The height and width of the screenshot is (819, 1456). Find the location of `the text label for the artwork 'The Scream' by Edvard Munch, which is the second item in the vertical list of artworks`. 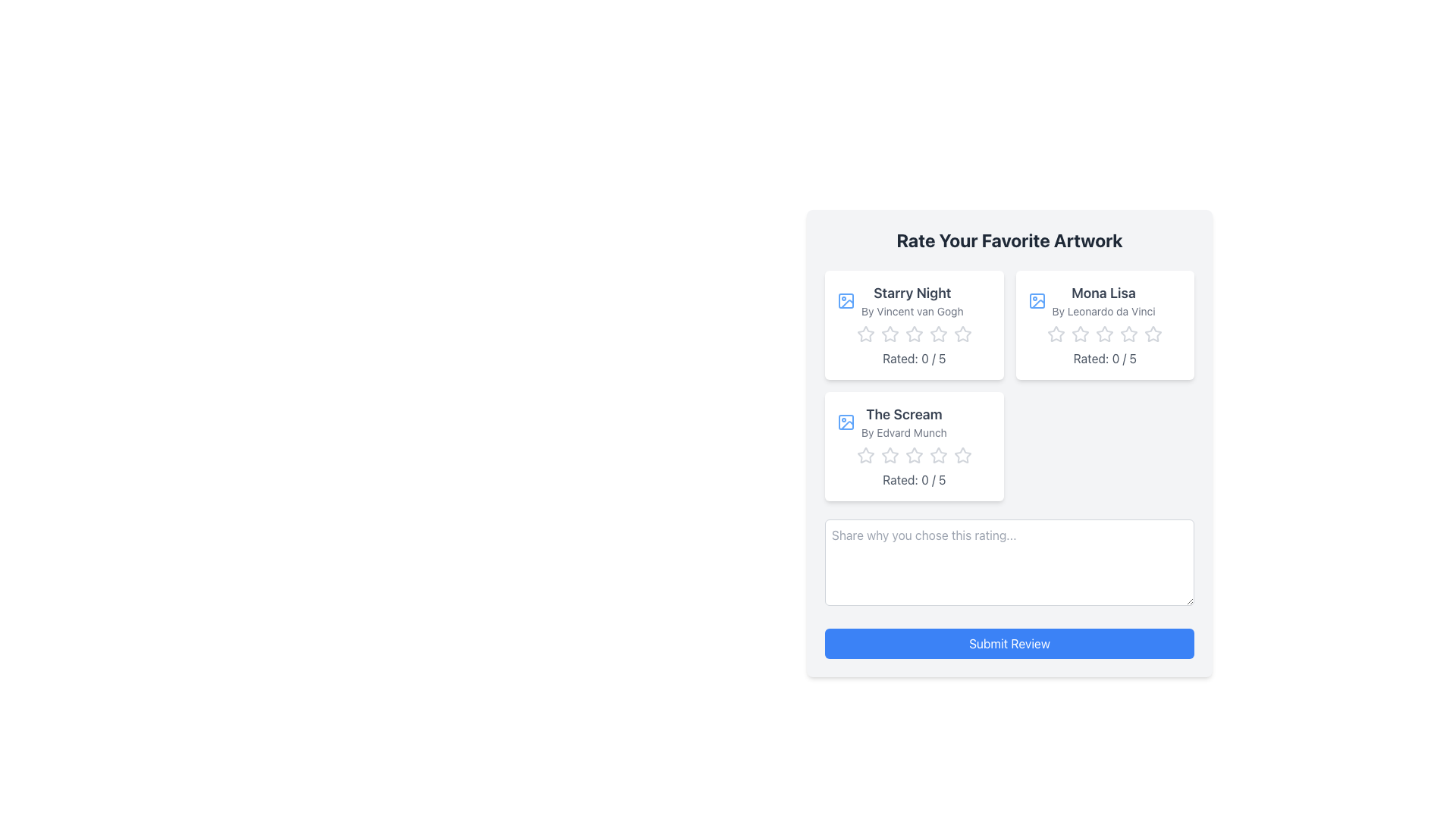

the text label for the artwork 'The Scream' by Edvard Munch, which is the second item in the vertical list of artworks is located at coordinates (913, 422).